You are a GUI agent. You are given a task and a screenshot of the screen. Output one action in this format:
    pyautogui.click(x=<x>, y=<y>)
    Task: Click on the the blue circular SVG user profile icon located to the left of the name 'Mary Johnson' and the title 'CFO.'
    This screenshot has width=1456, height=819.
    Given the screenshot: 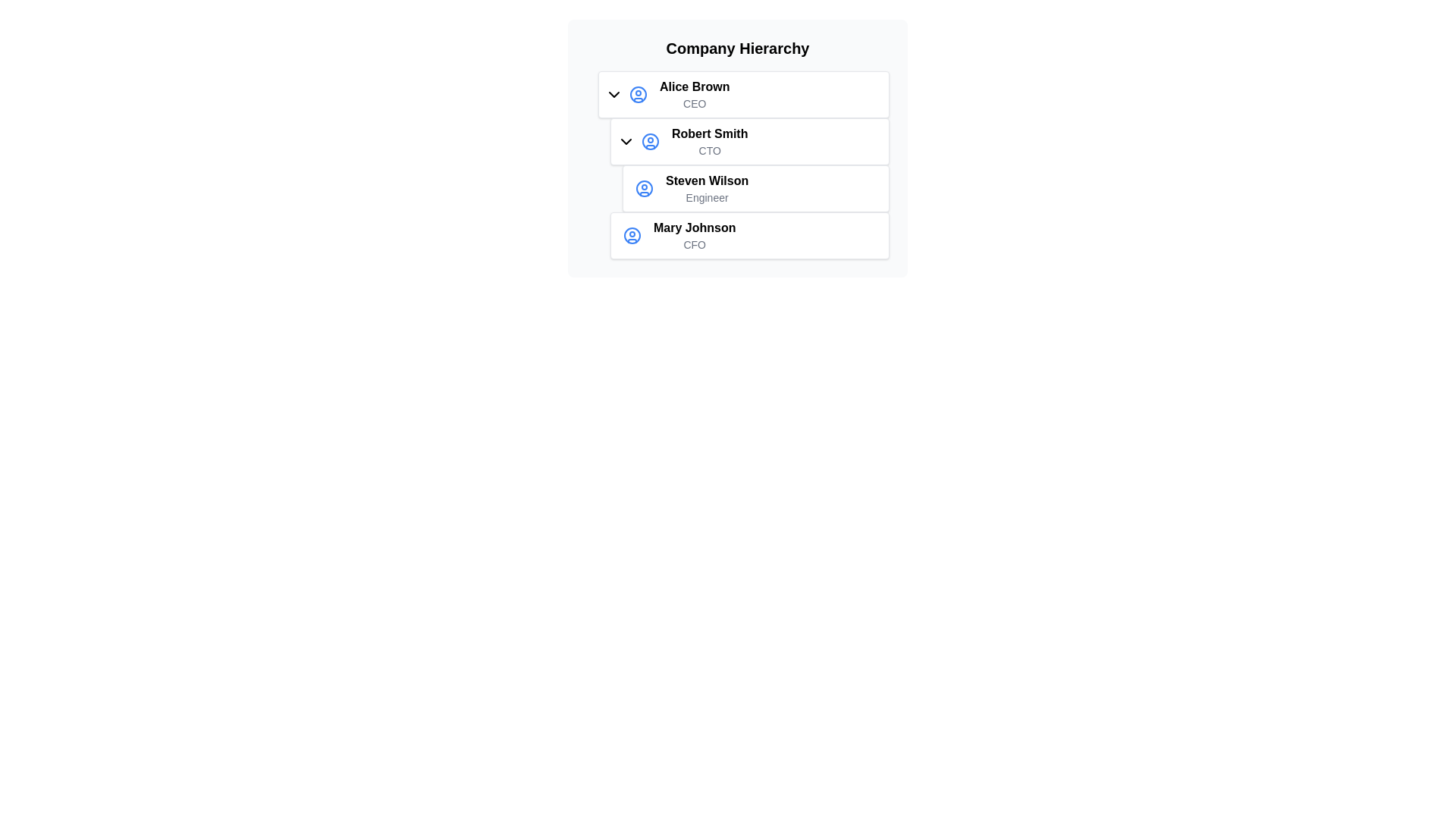 What is the action you would take?
    pyautogui.click(x=632, y=236)
    